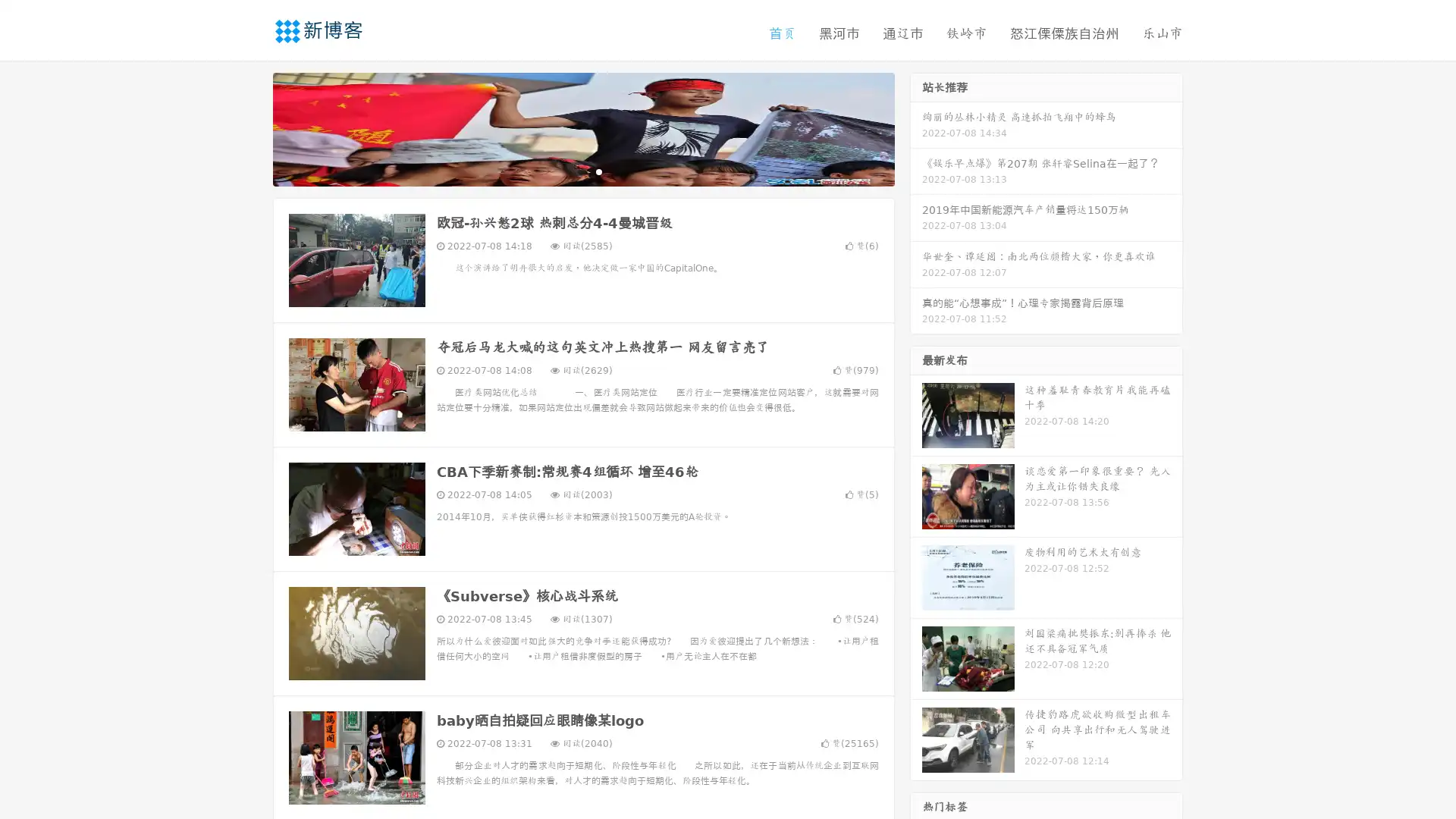  What do you see at coordinates (582, 171) in the screenshot?
I see `Go to slide 2` at bounding box center [582, 171].